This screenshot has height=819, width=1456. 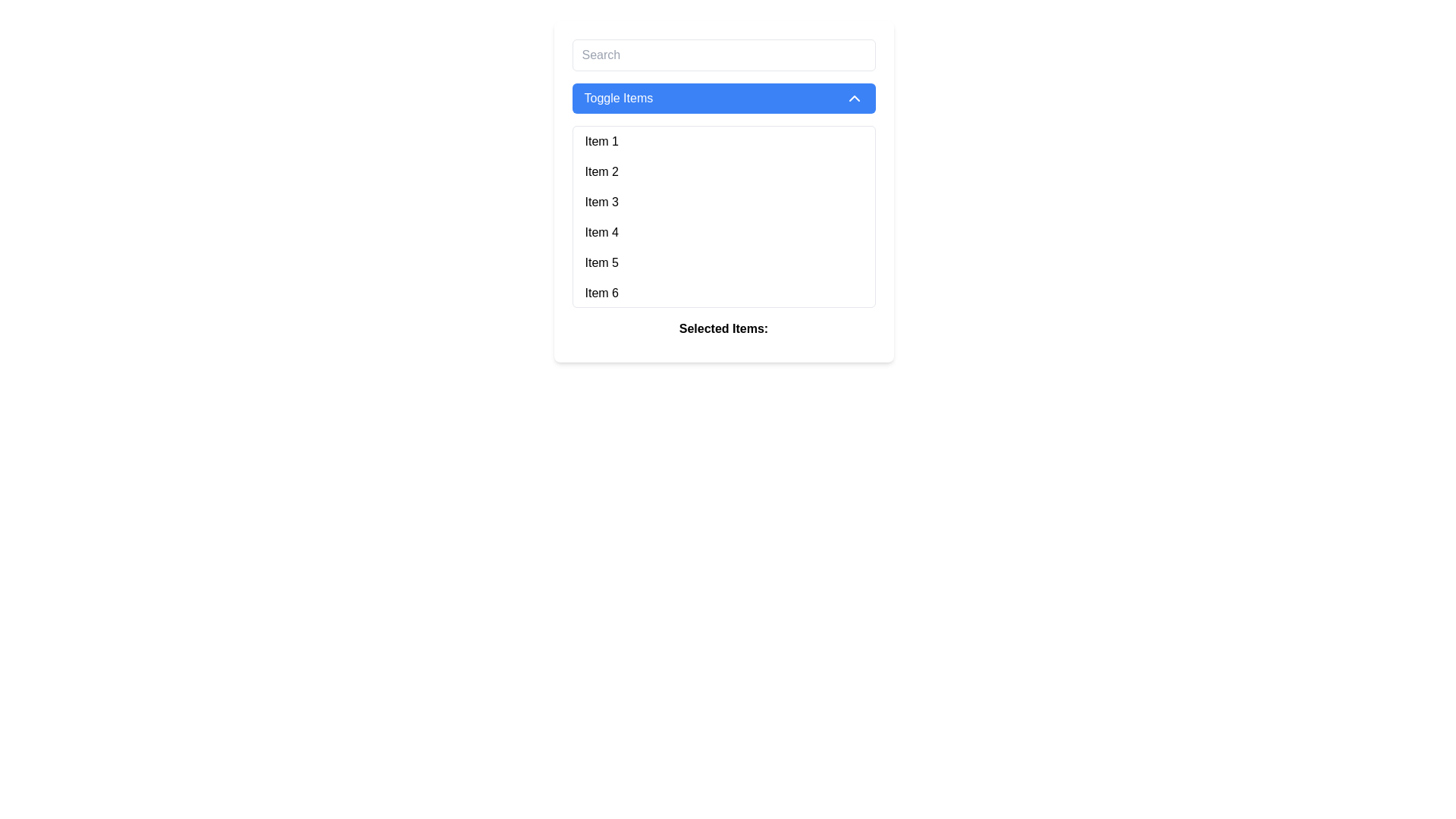 I want to click on the Label element displaying 'Selected Items:' which is styled in bold font and located beneath the selectable items list, specifically below 'Item 6', so click(x=723, y=331).